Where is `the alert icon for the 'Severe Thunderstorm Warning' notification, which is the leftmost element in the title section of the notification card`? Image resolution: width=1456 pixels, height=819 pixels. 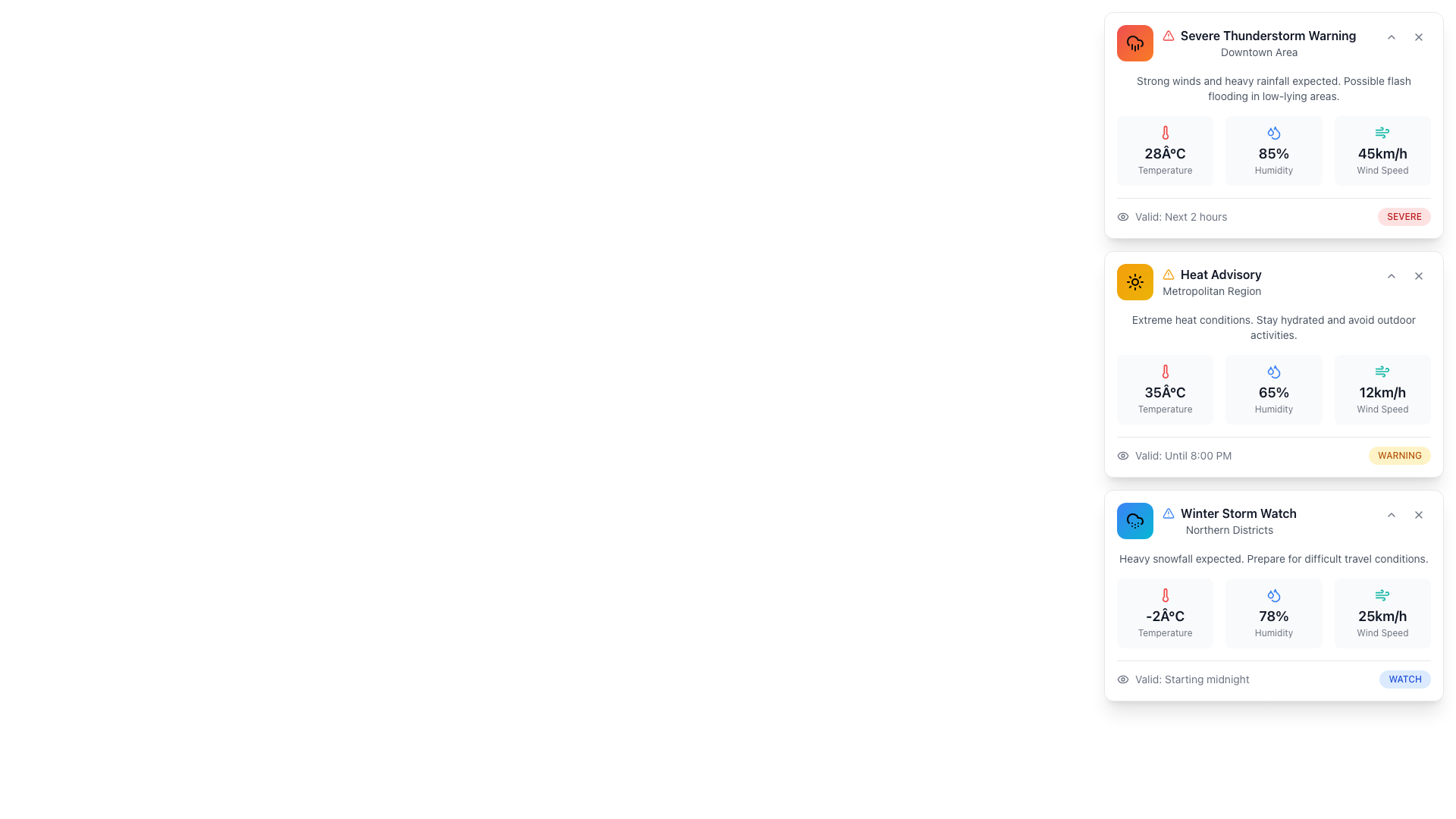 the alert icon for the 'Severe Thunderstorm Warning' notification, which is the leftmost element in the title section of the notification card is located at coordinates (1167, 34).